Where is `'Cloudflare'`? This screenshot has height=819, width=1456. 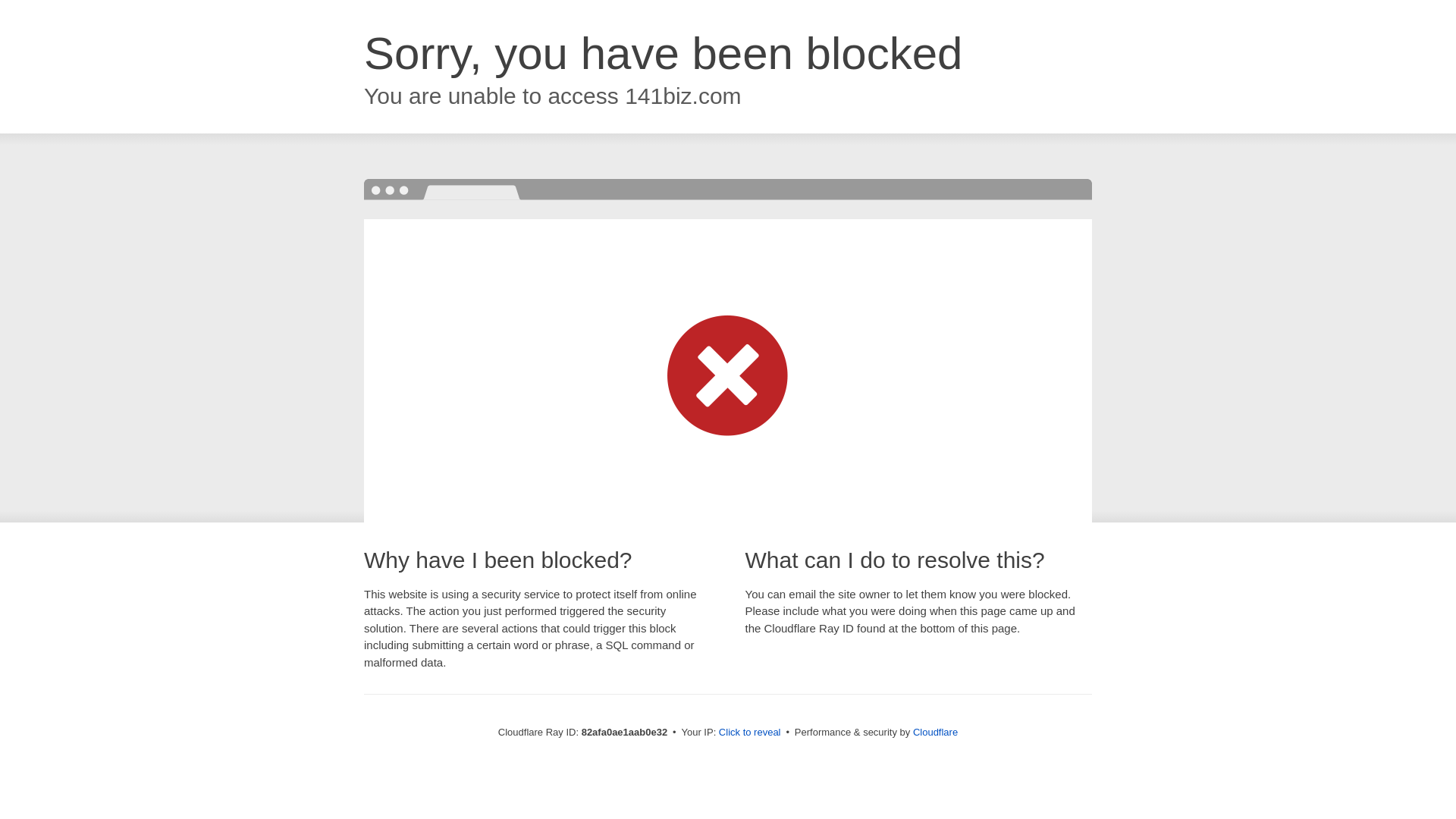
'Cloudflare' is located at coordinates (934, 731).